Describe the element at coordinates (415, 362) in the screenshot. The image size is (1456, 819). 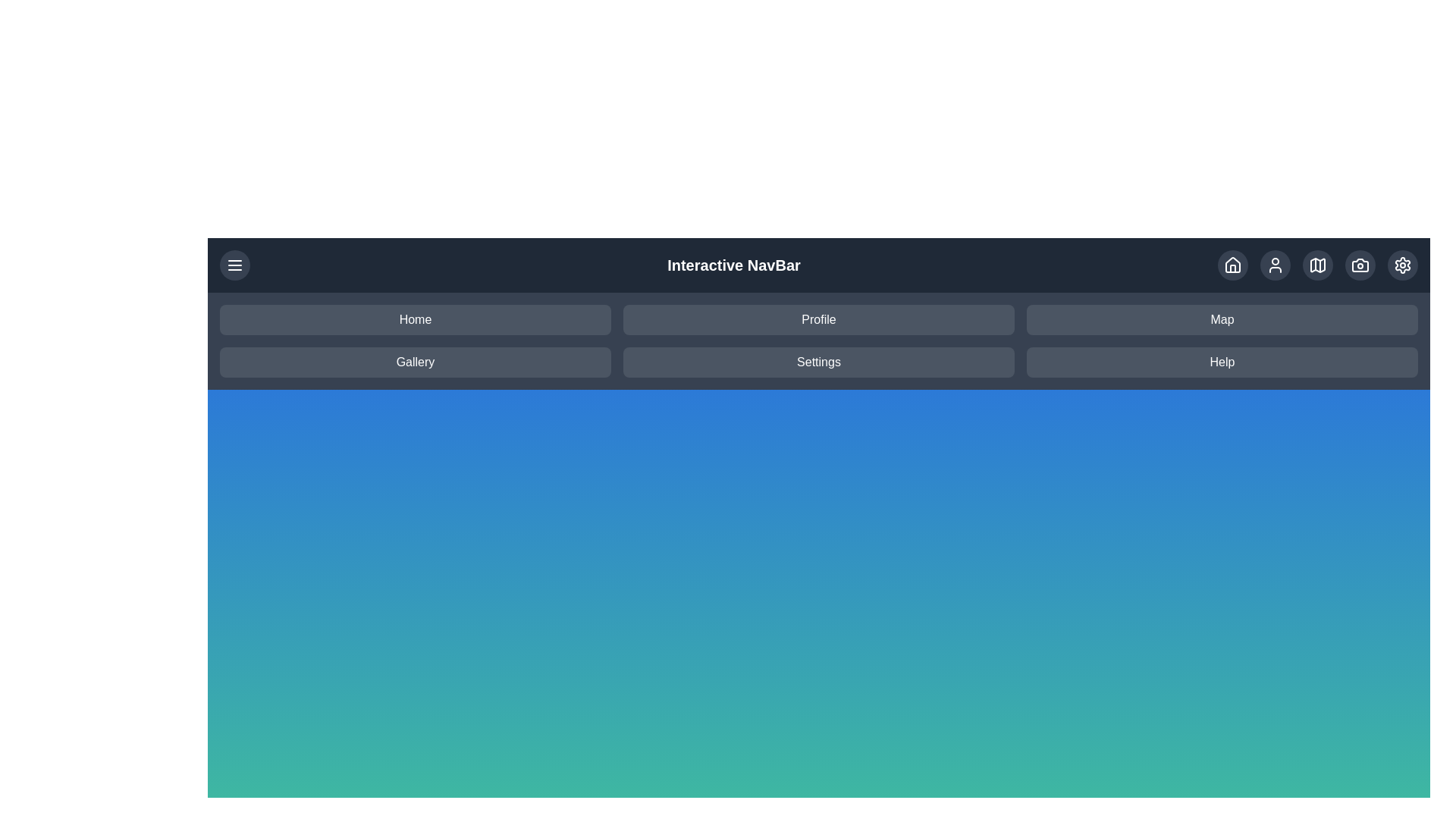
I see `the menu item labeled Gallery` at that location.